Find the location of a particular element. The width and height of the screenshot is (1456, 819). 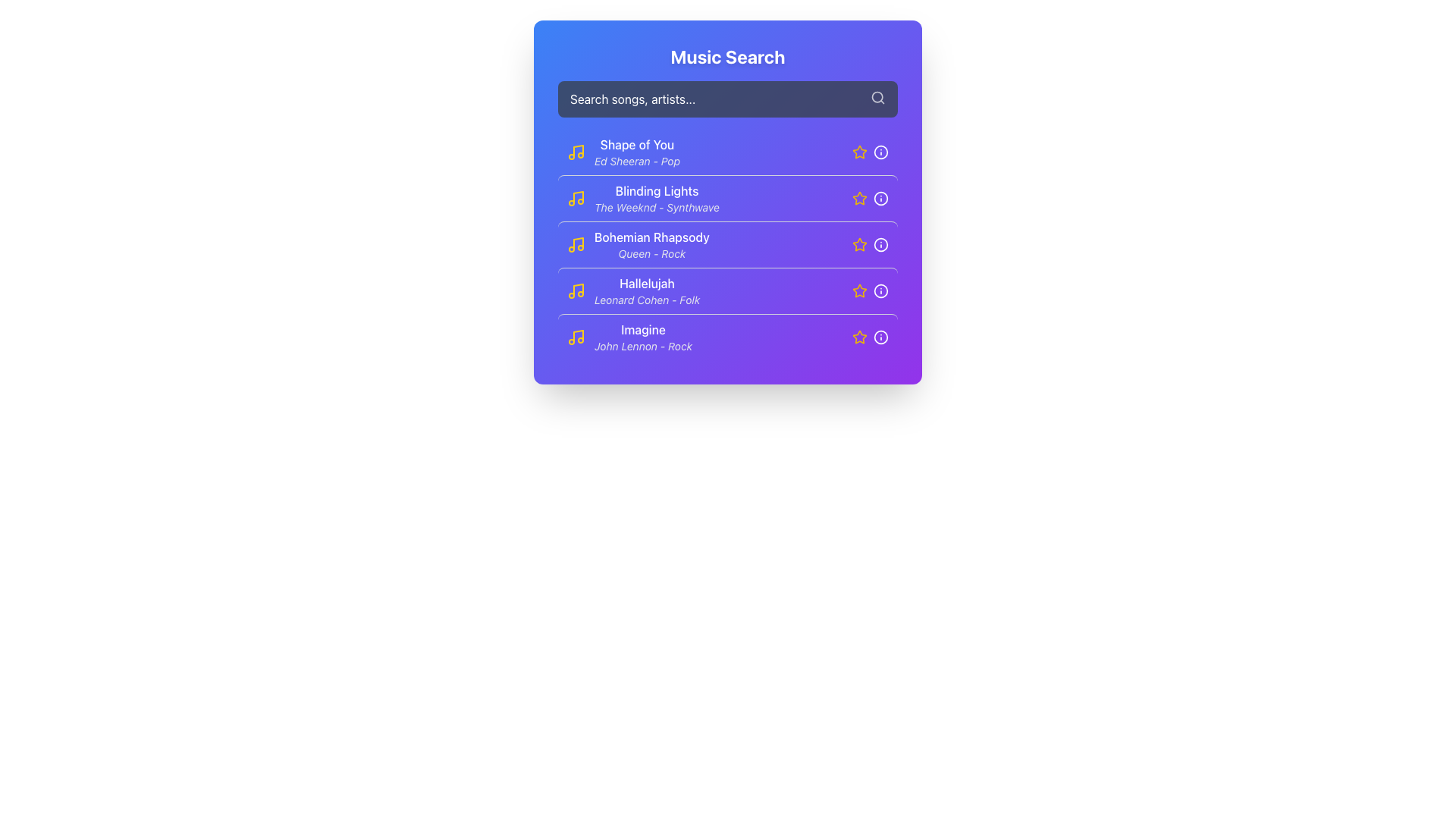

the text label providing additional metadata for the song 'Blinding Lights', which is located below the song title in the music search list is located at coordinates (657, 207).